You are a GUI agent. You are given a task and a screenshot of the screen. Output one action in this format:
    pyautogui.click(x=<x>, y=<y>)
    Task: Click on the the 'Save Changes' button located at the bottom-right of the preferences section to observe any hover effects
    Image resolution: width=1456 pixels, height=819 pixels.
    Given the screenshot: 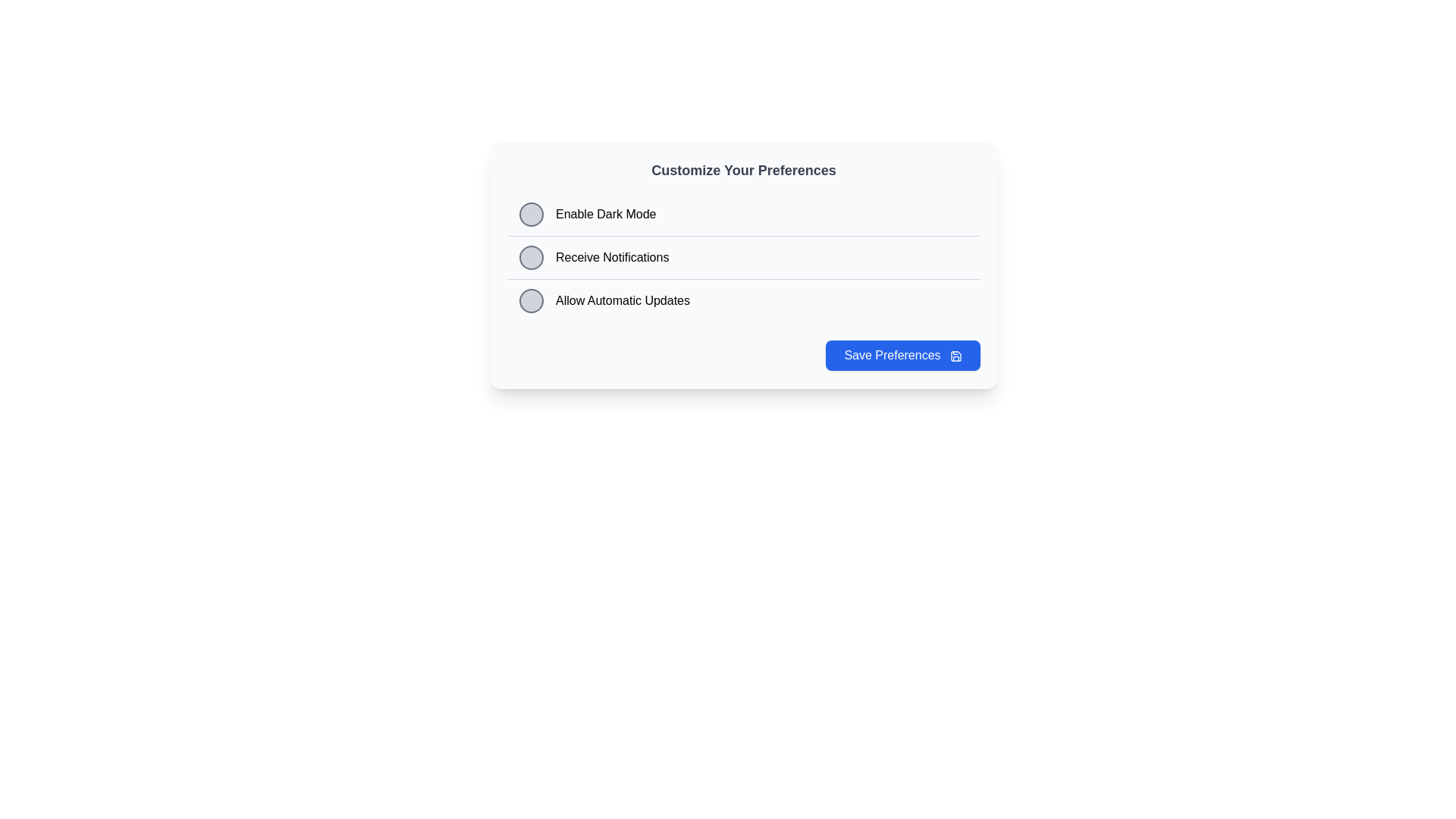 What is the action you would take?
    pyautogui.click(x=903, y=356)
    